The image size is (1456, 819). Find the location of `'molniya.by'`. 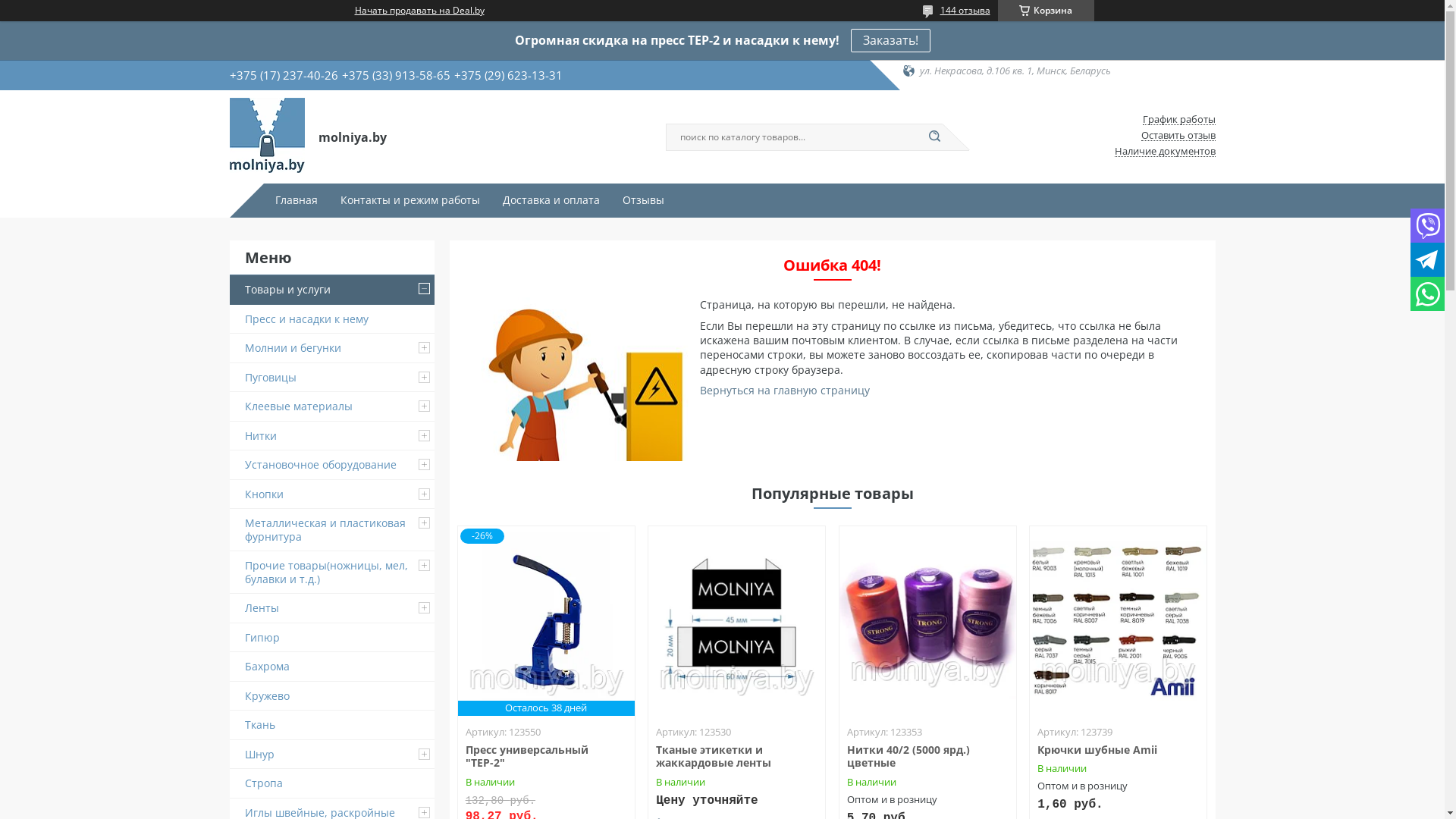

'molniya.by' is located at coordinates (266, 134).